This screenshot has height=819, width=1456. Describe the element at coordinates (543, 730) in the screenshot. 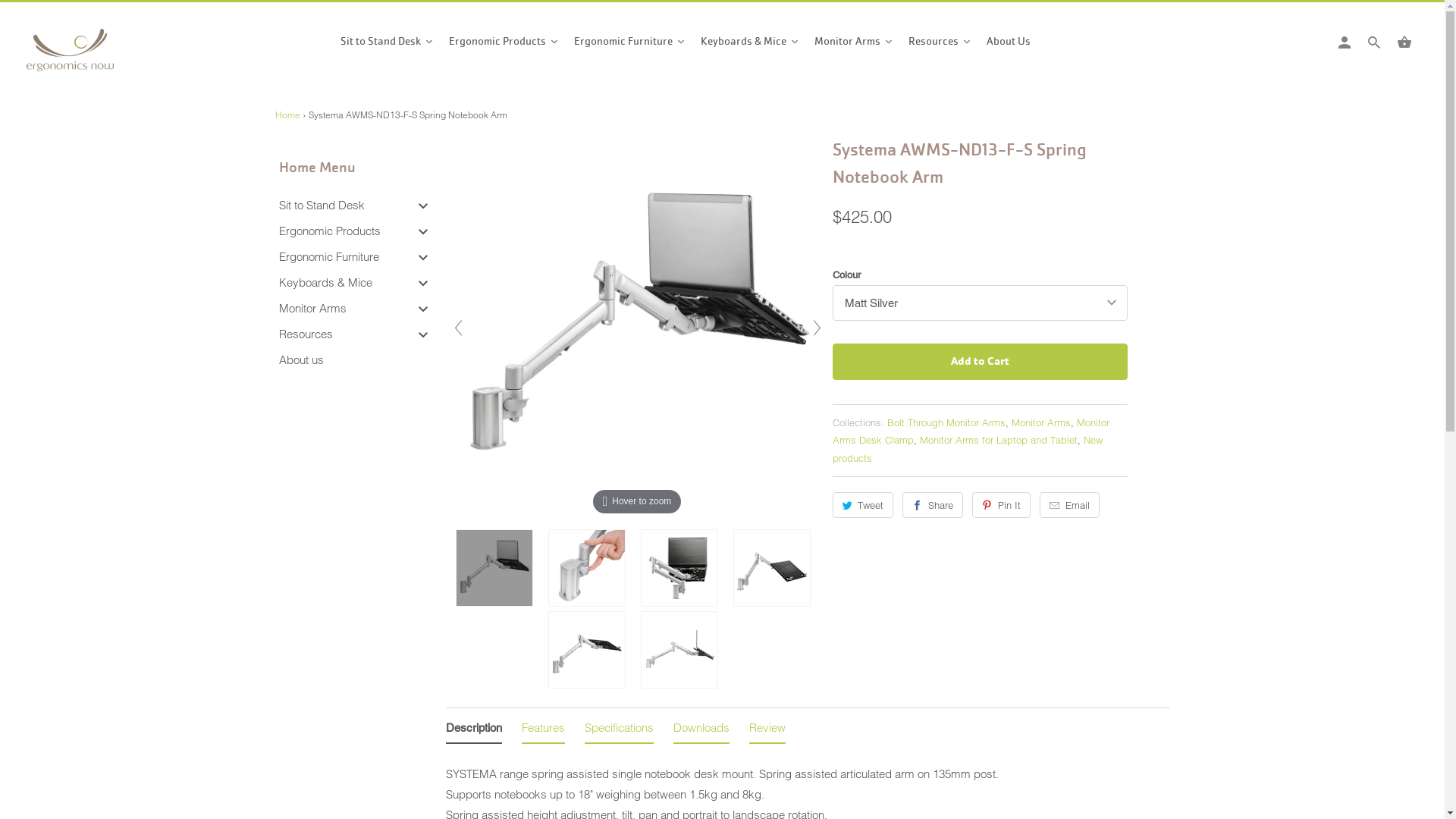

I see `'Features'` at that location.